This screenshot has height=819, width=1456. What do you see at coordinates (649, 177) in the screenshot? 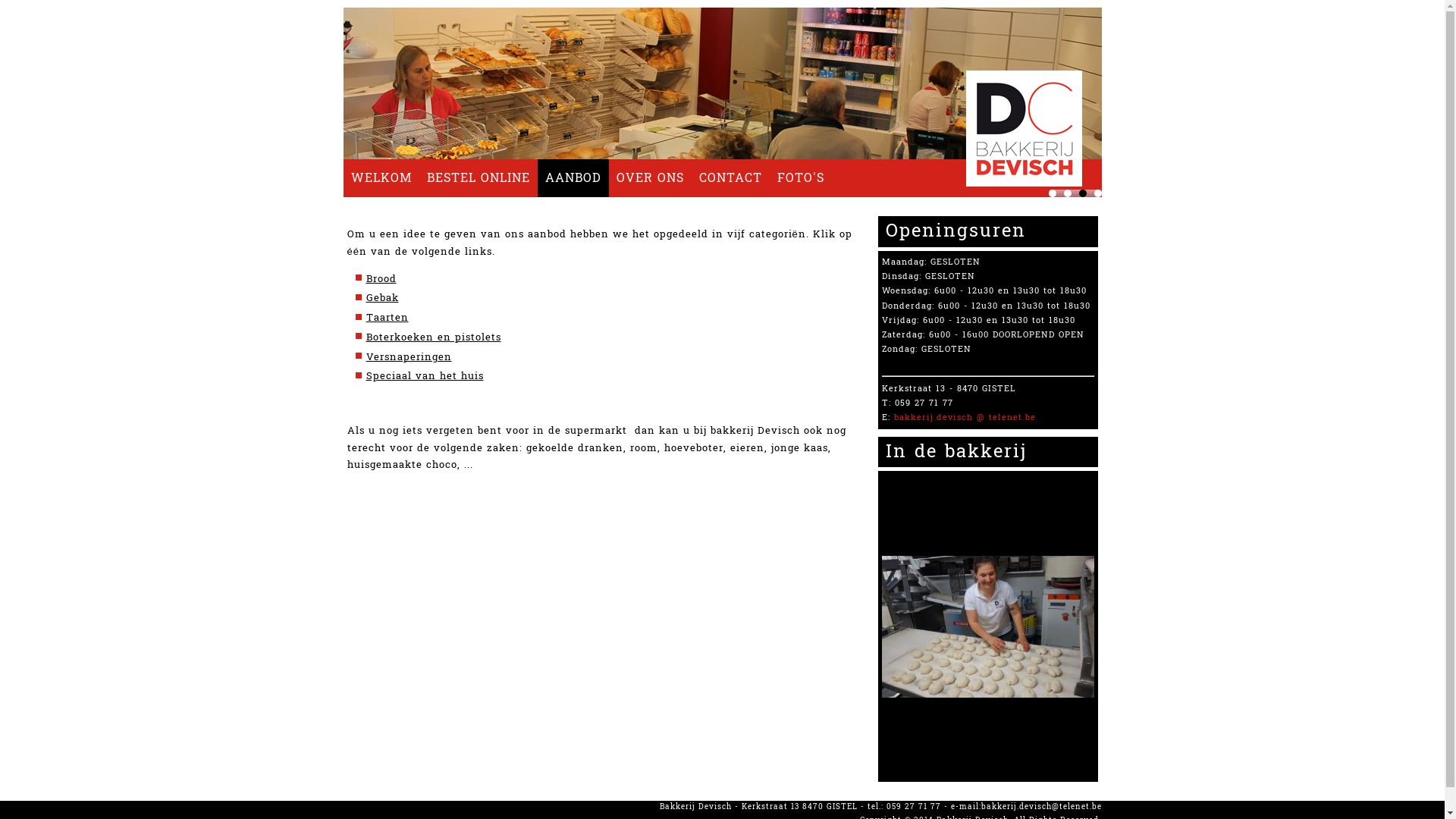
I see `'OVER ONS'` at bounding box center [649, 177].